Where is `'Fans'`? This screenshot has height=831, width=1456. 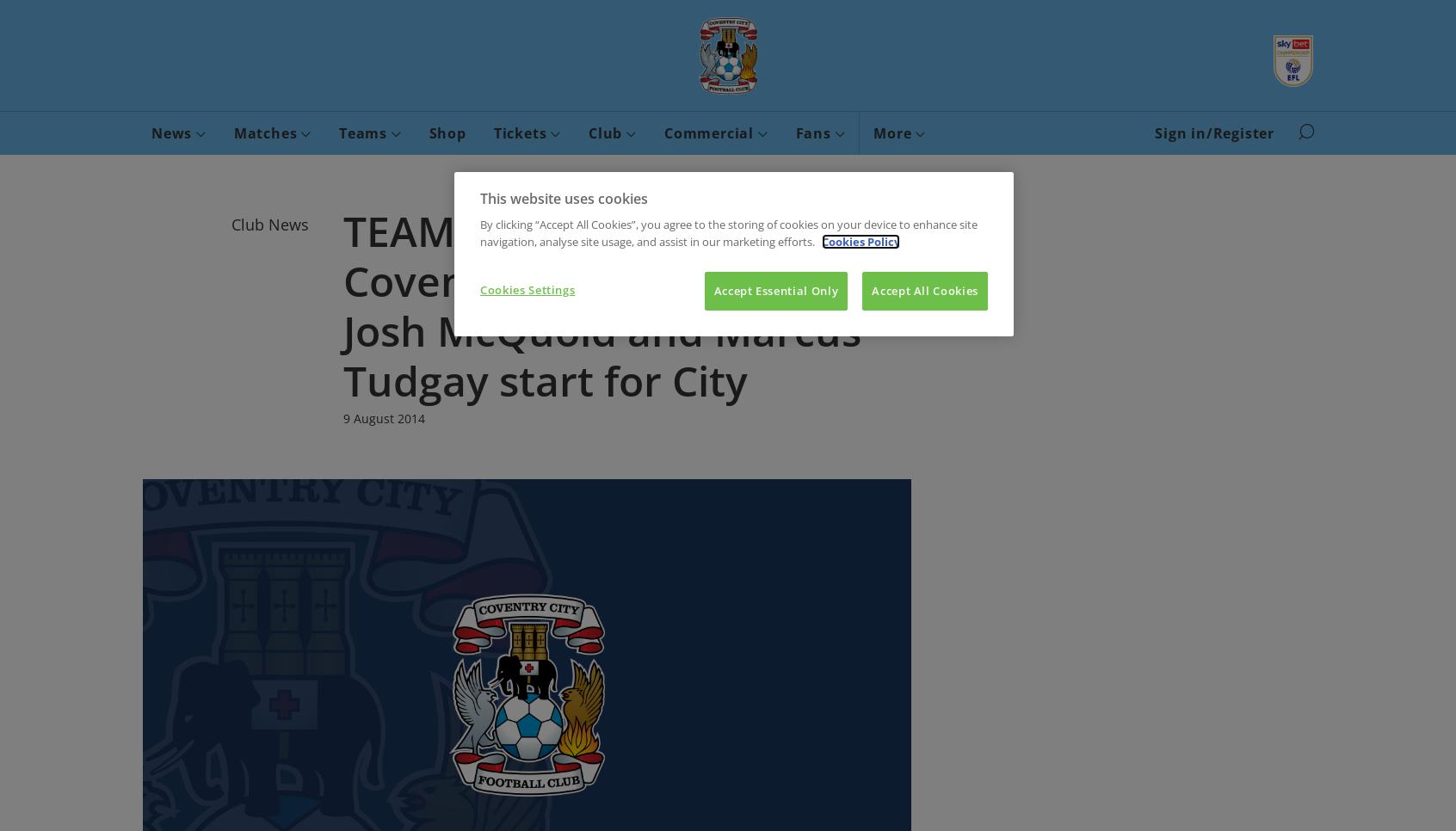
'Fans' is located at coordinates (815, 132).